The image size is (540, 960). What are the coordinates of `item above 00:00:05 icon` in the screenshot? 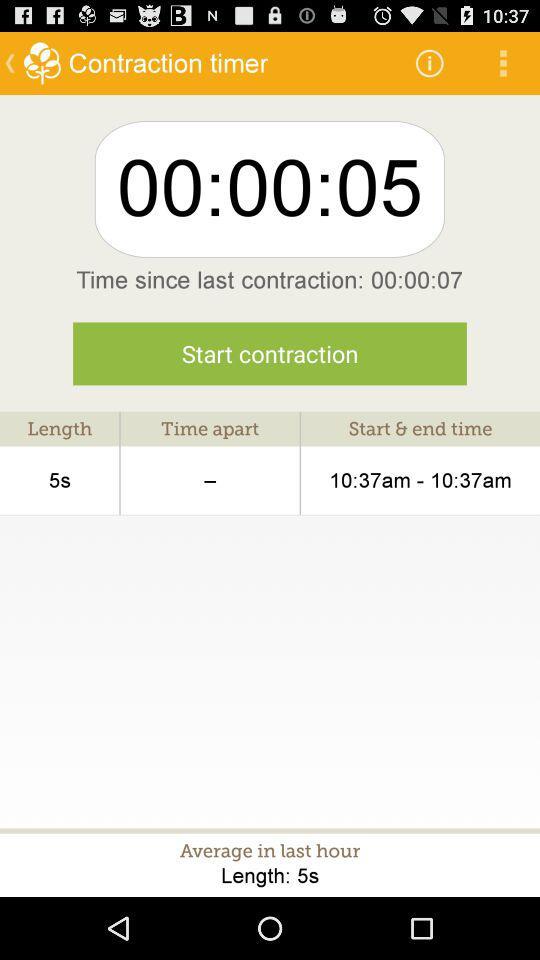 It's located at (428, 62).